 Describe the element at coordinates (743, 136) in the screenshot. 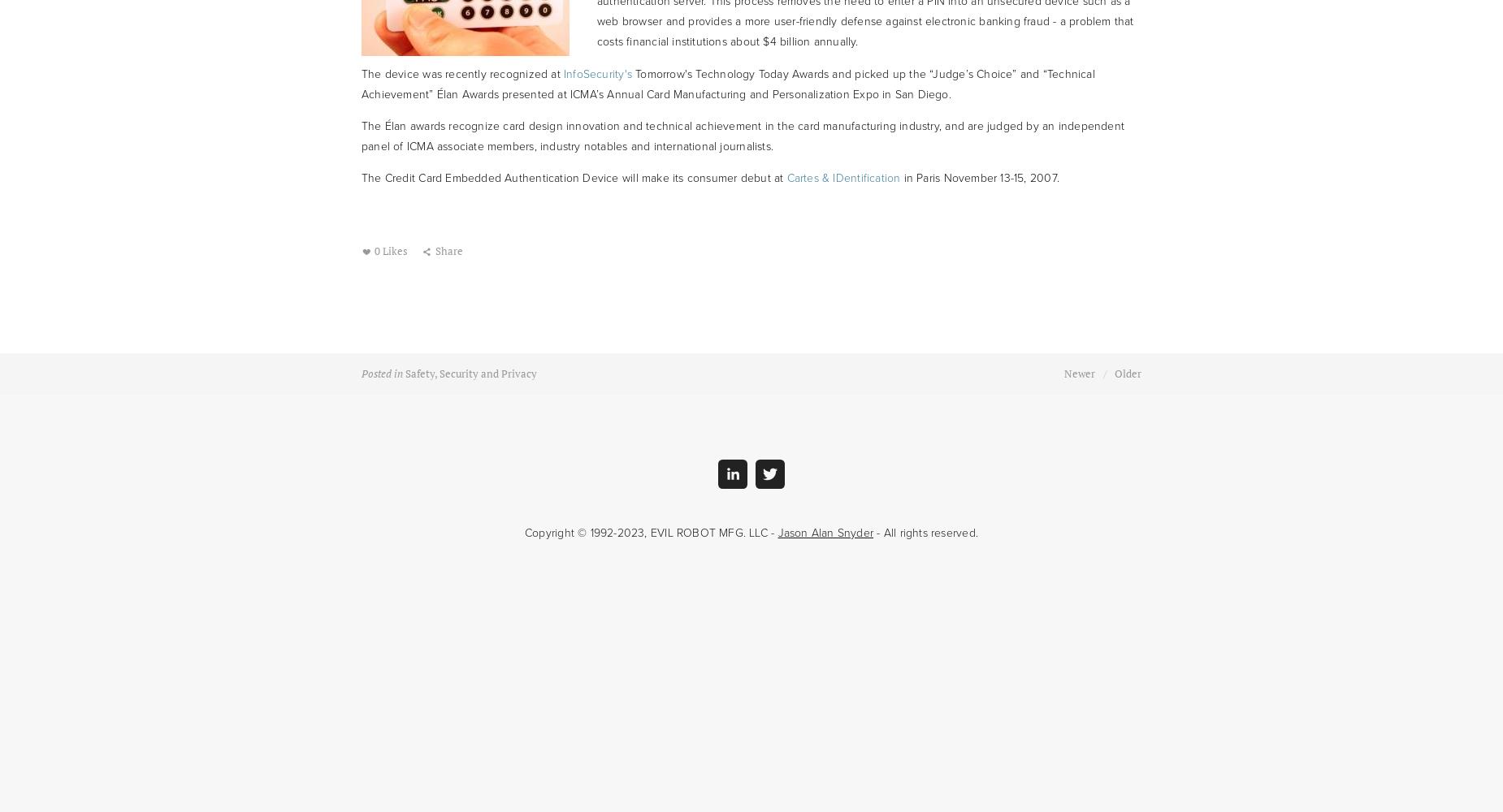

I see `'The Élan awards recognize card design innovation and technical achievement in the card manufacturing industry, and are judged by an independent panel of ICMA associate members, industry notables and international journalists.'` at that location.